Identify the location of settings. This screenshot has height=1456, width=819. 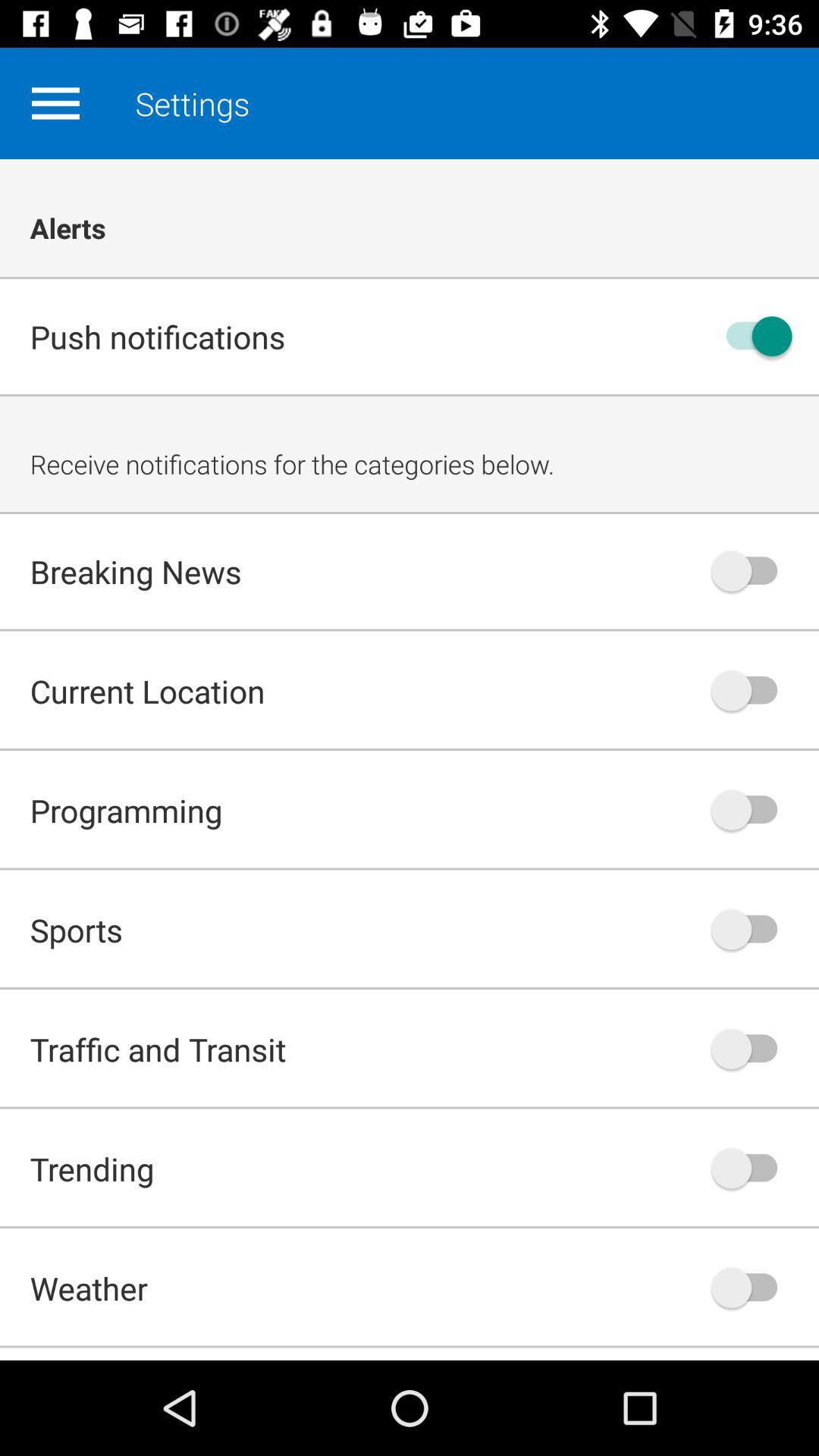
(55, 102).